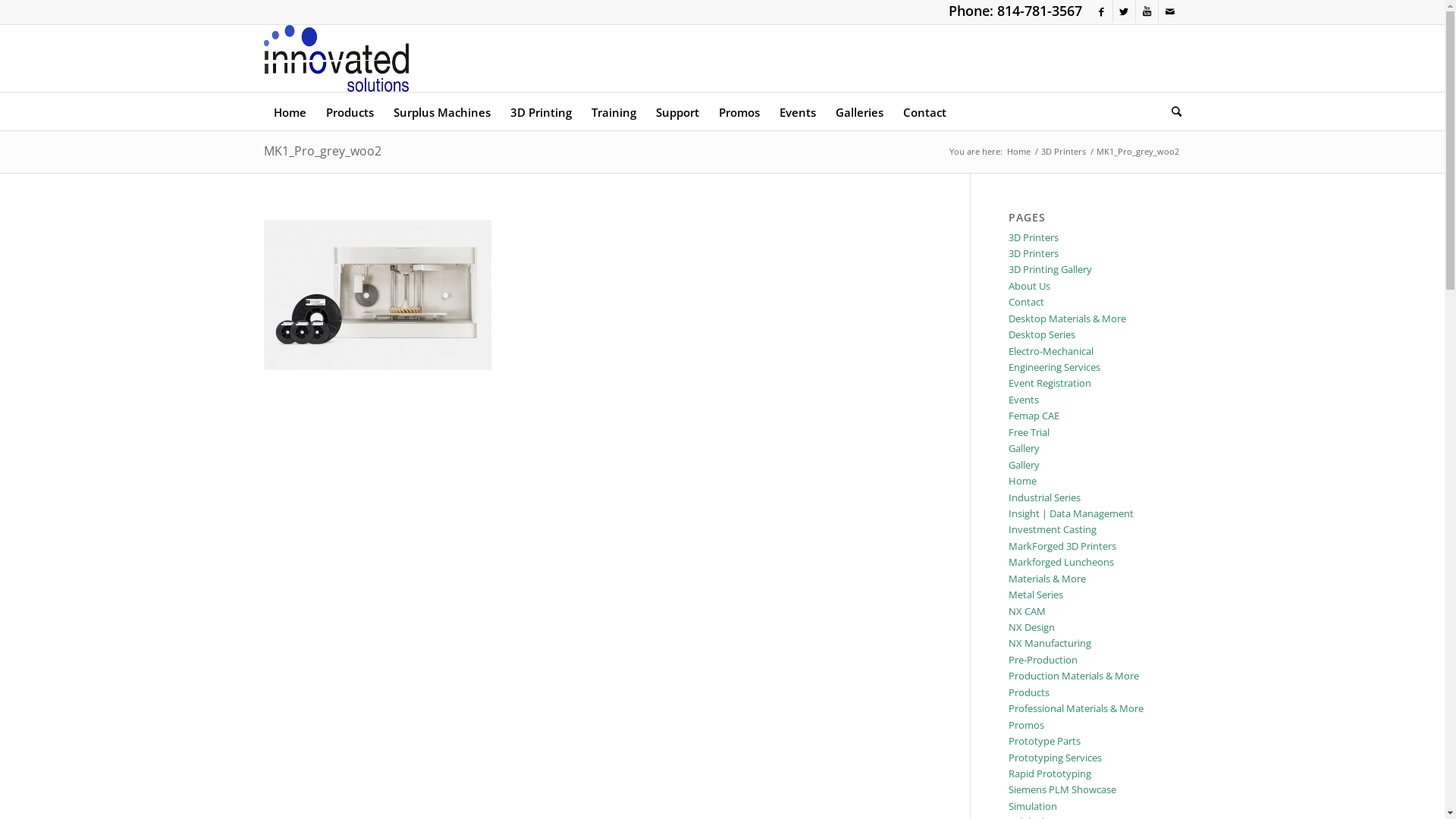  Describe the element at coordinates (1062, 789) in the screenshot. I see `'Siemens PLM Showcase'` at that location.